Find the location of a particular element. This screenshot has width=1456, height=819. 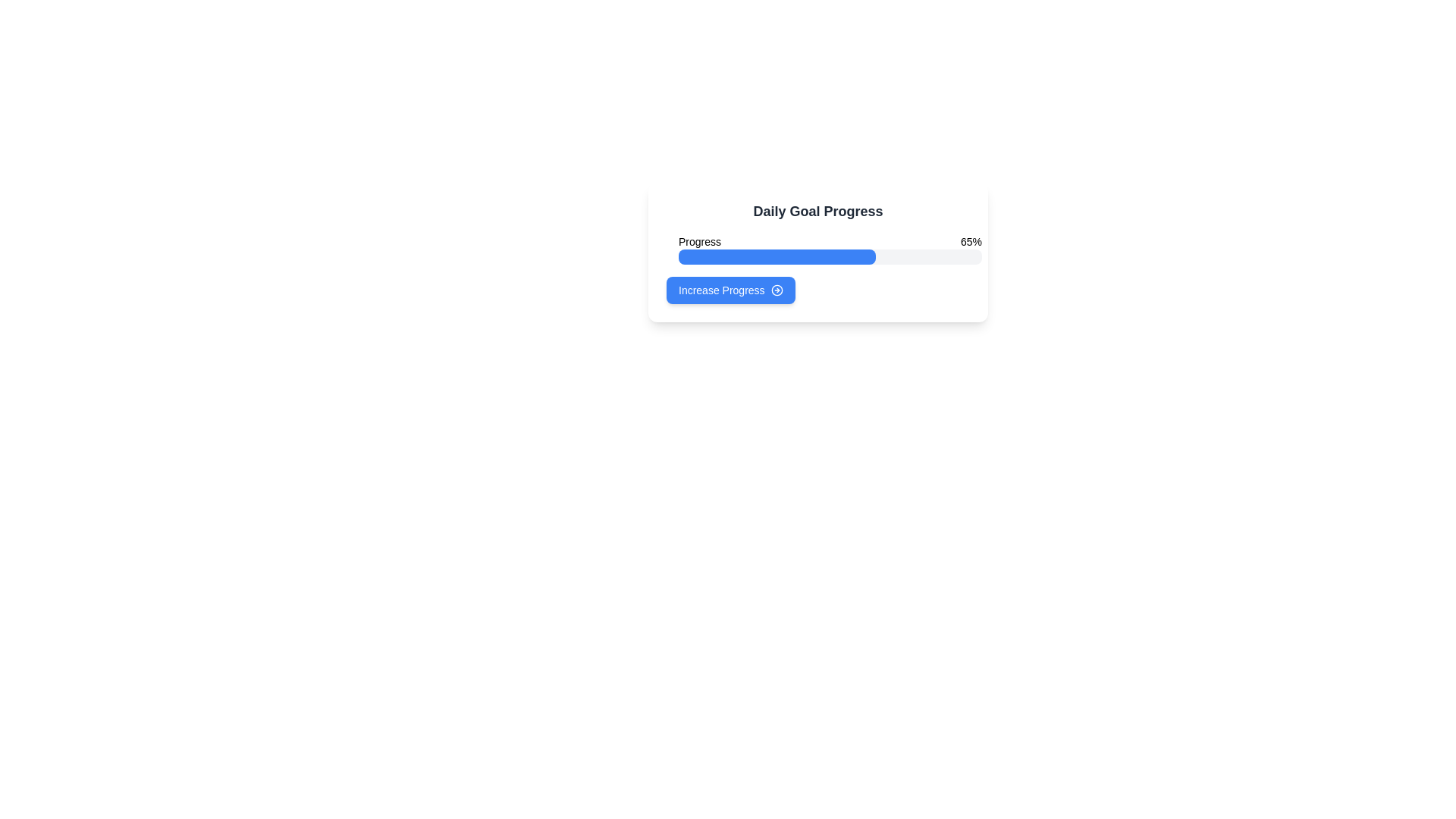

the progress bar that visually represents the completion percentage of a task, currently displaying 65%, located in the 'Daily Goal Progress' section is located at coordinates (777, 256).